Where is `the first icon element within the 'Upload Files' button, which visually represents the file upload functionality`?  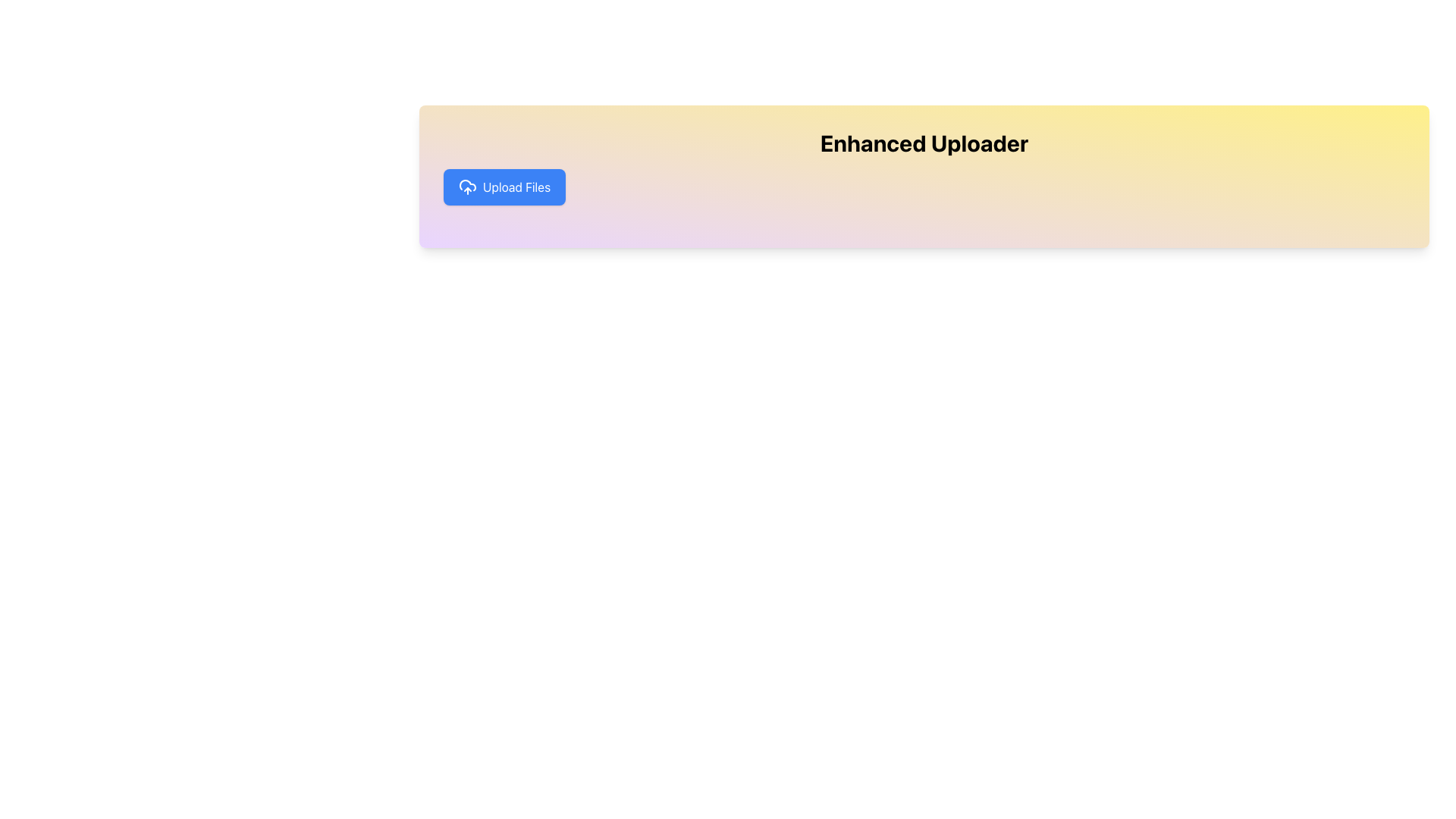
the first icon element within the 'Upload Files' button, which visually represents the file upload functionality is located at coordinates (467, 186).